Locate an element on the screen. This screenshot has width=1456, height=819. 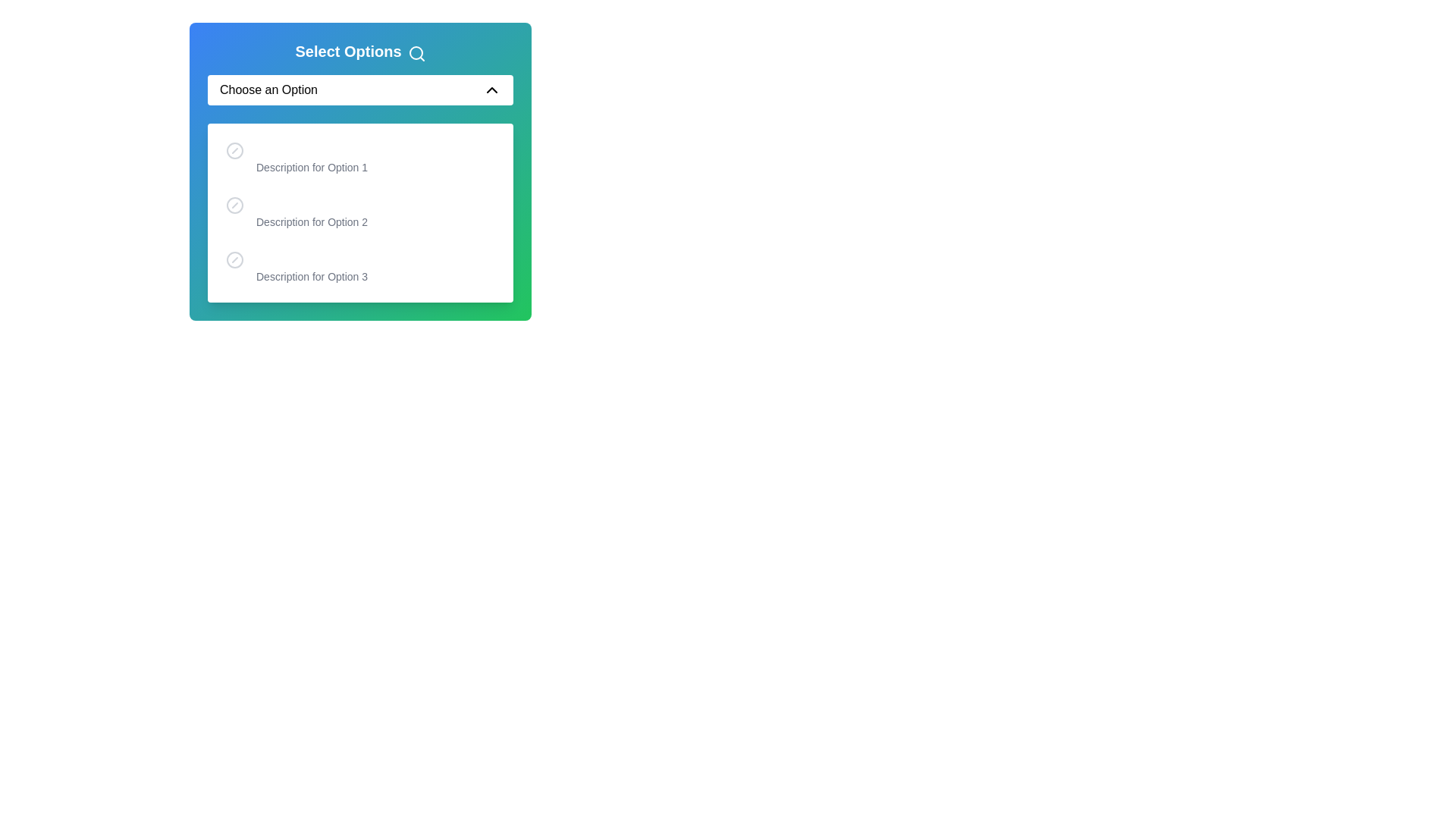
the search icon located in the top header area, positioned to the right of the 'Select Options' title and above the dropdown menu is located at coordinates (416, 52).